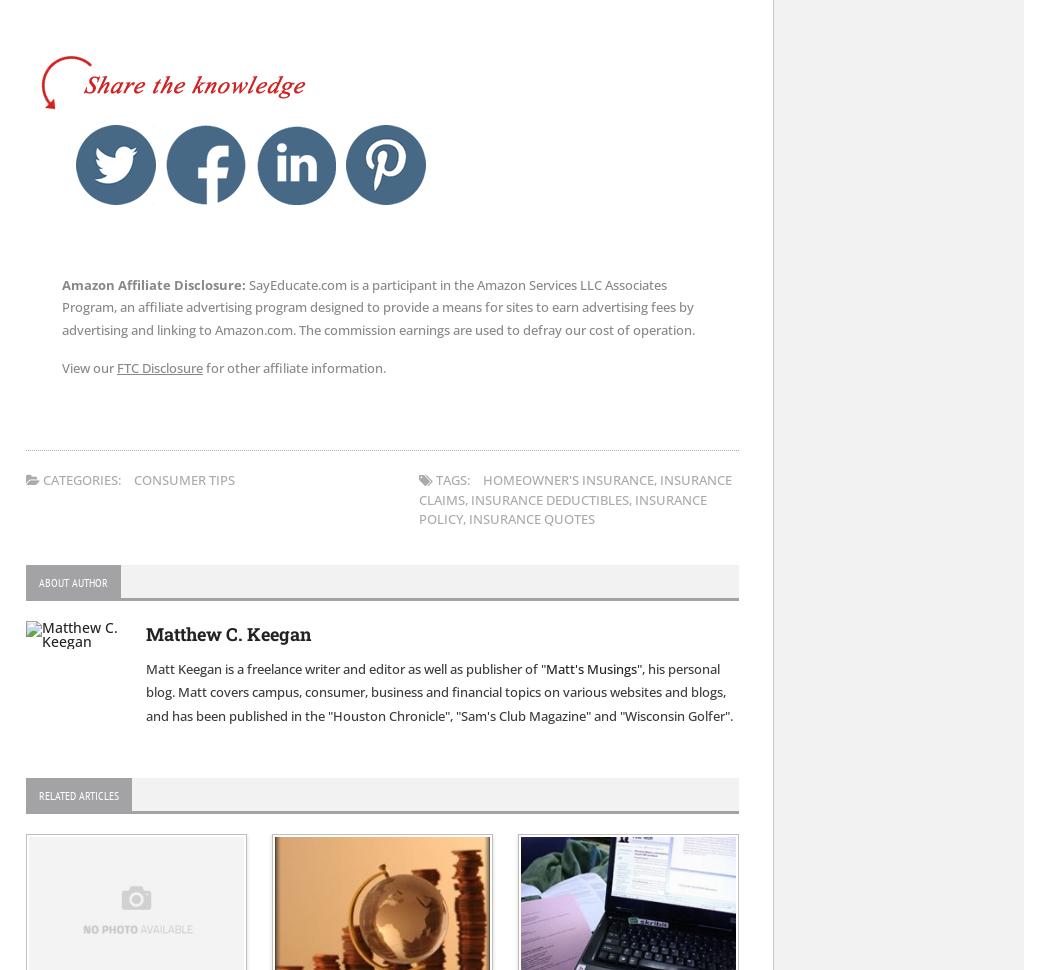  I want to click on 'facebook', so click(275, 130).